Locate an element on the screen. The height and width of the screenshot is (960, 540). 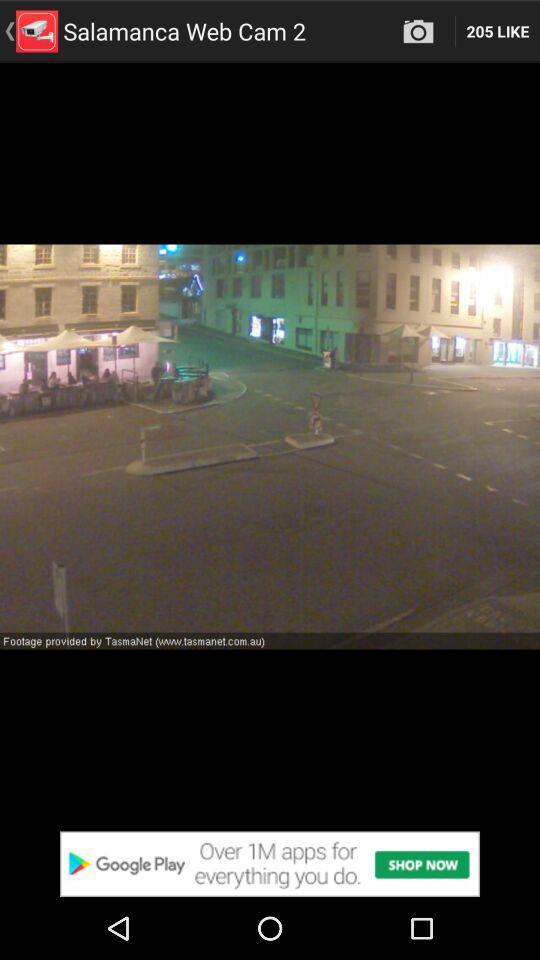
advertising link is located at coordinates (270, 863).